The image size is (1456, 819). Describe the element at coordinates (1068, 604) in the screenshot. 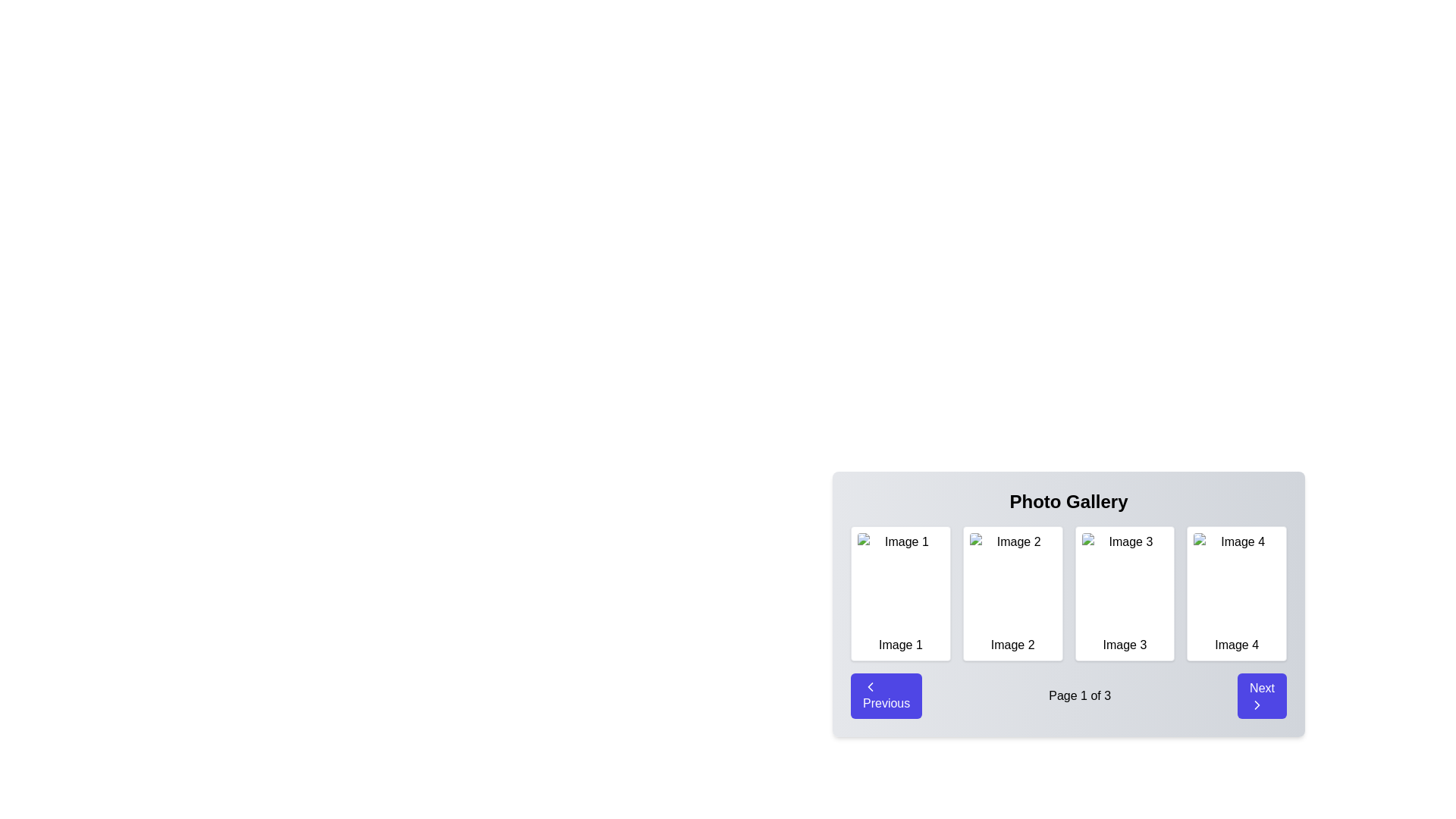

I see `the image card within the interactive photo gallery element` at that location.